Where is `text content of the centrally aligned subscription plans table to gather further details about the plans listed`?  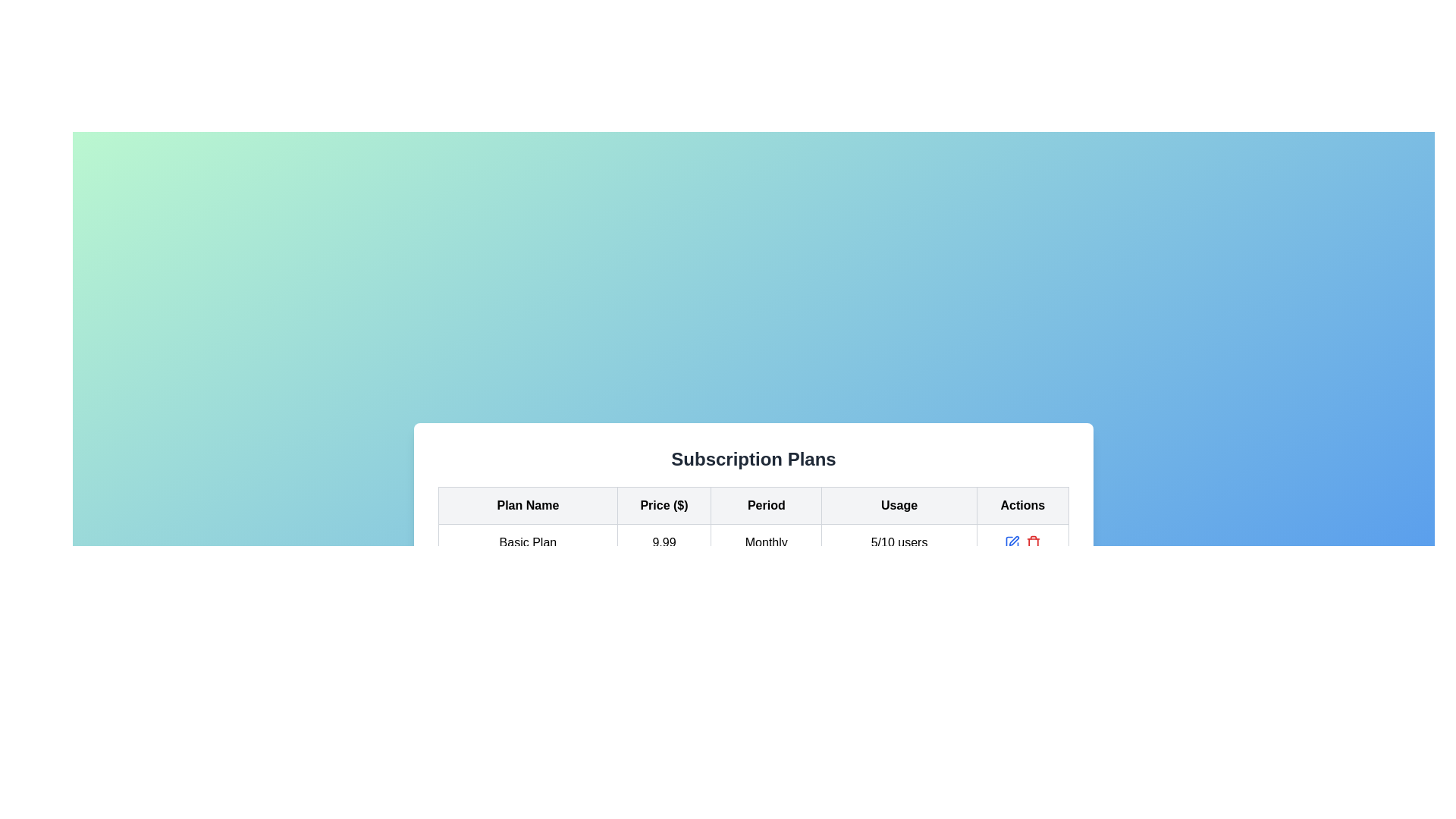
text content of the centrally aligned subscription plans table to gather further details about the plans listed is located at coordinates (753, 561).